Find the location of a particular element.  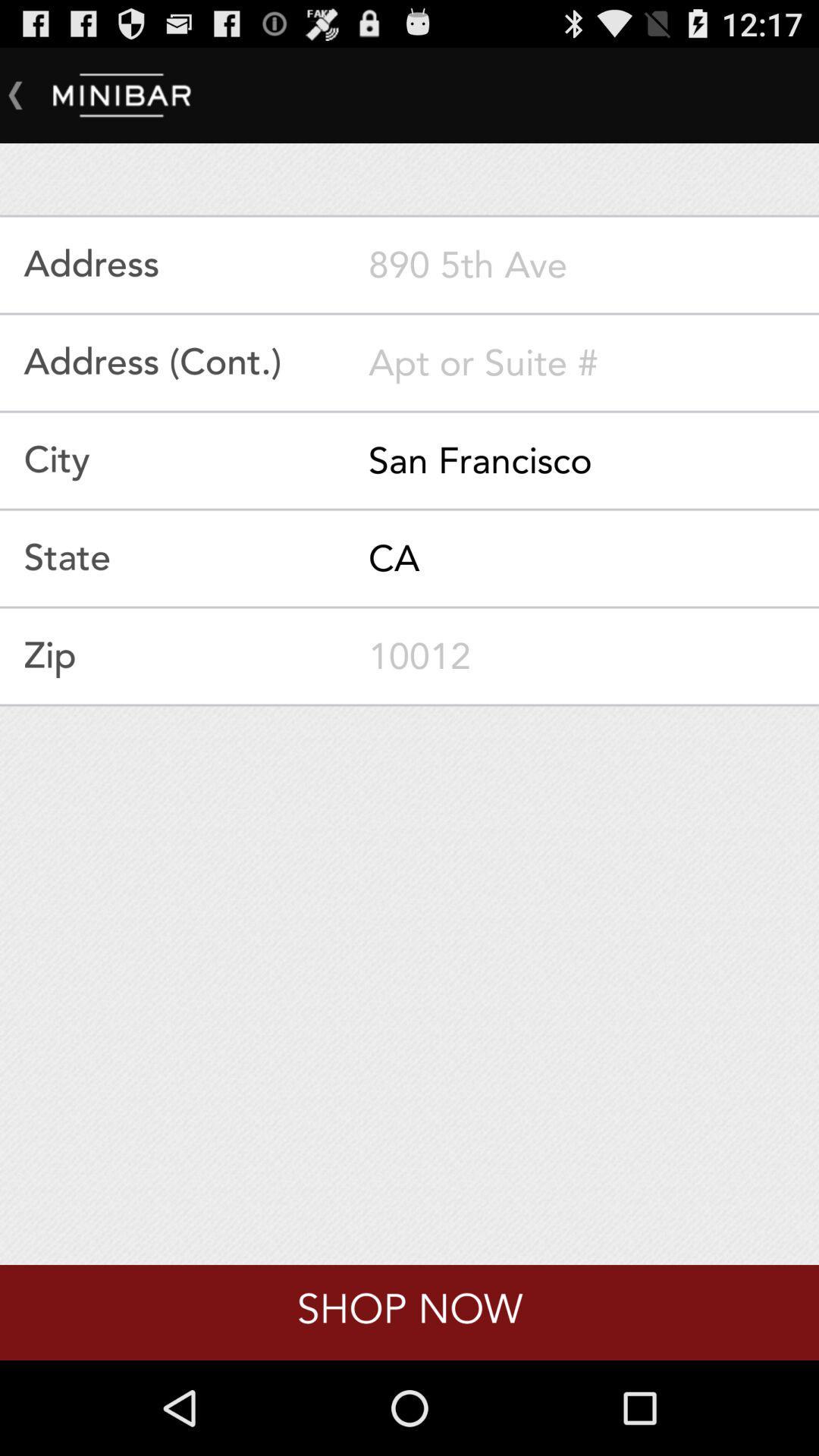

apartment number or suite number to the address is located at coordinates (593, 362).